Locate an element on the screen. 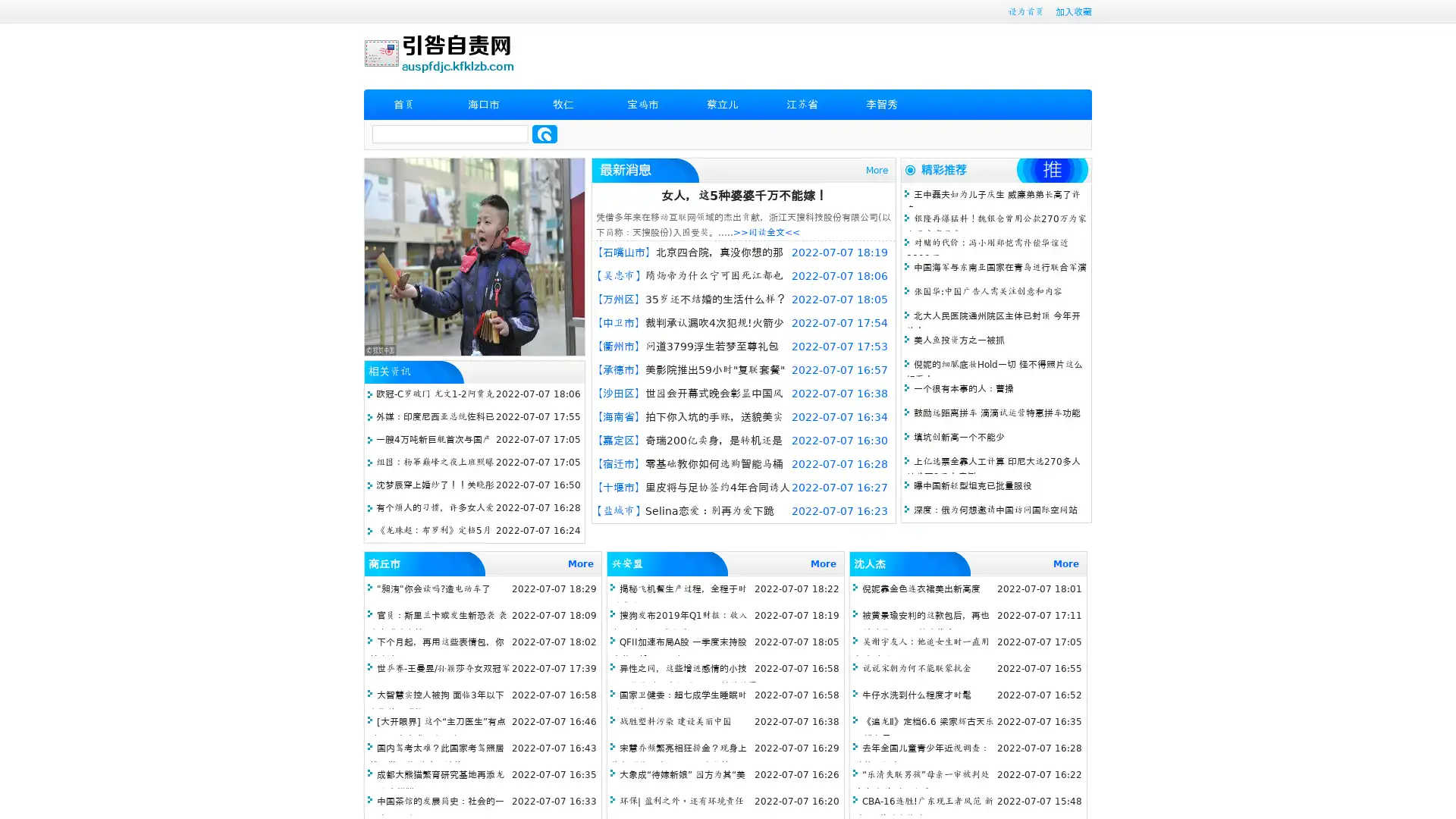 The height and width of the screenshot is (819, 1456). Search is located at coordinates (544, 133).